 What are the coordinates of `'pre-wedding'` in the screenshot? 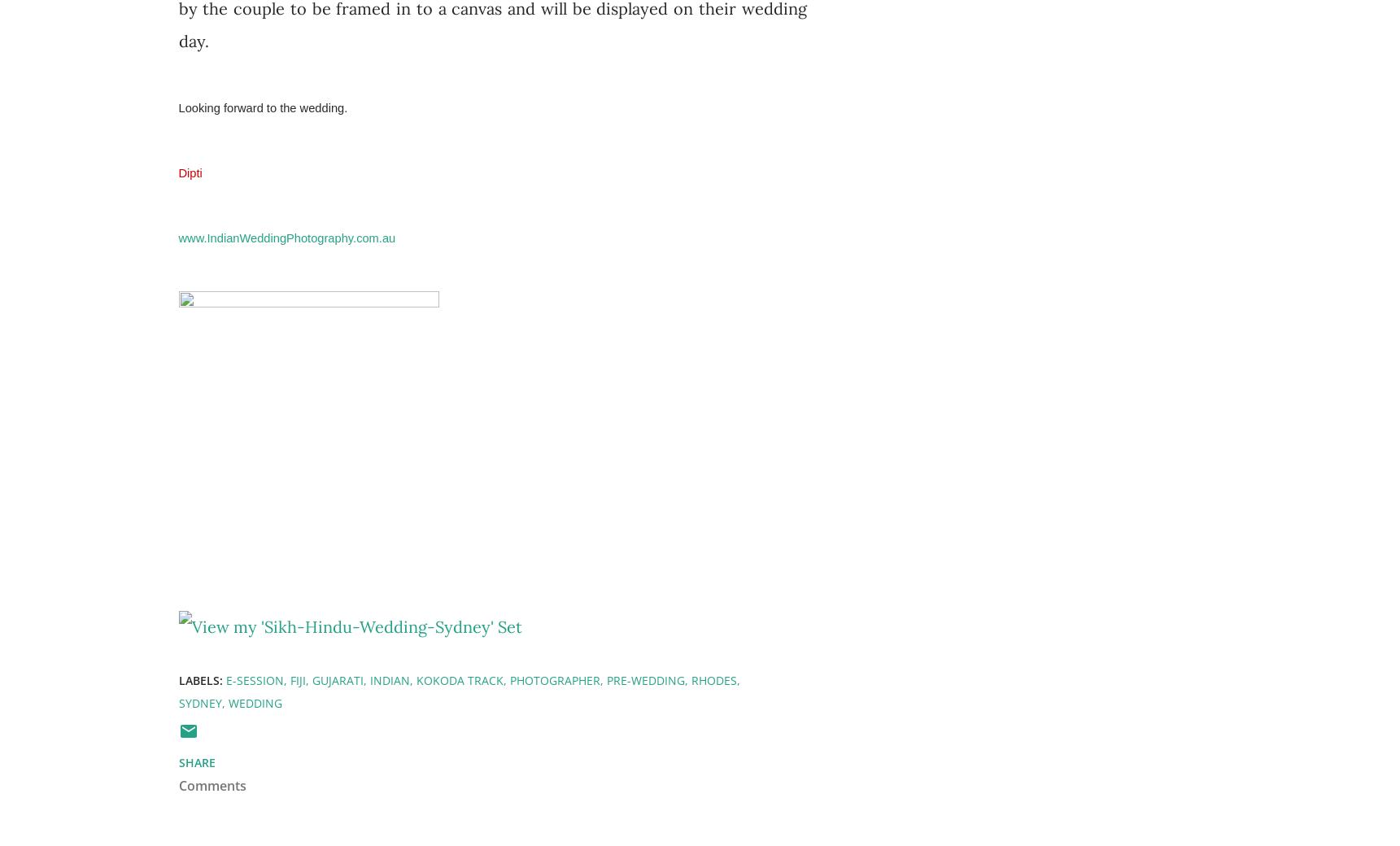 It's located at (645, 678).